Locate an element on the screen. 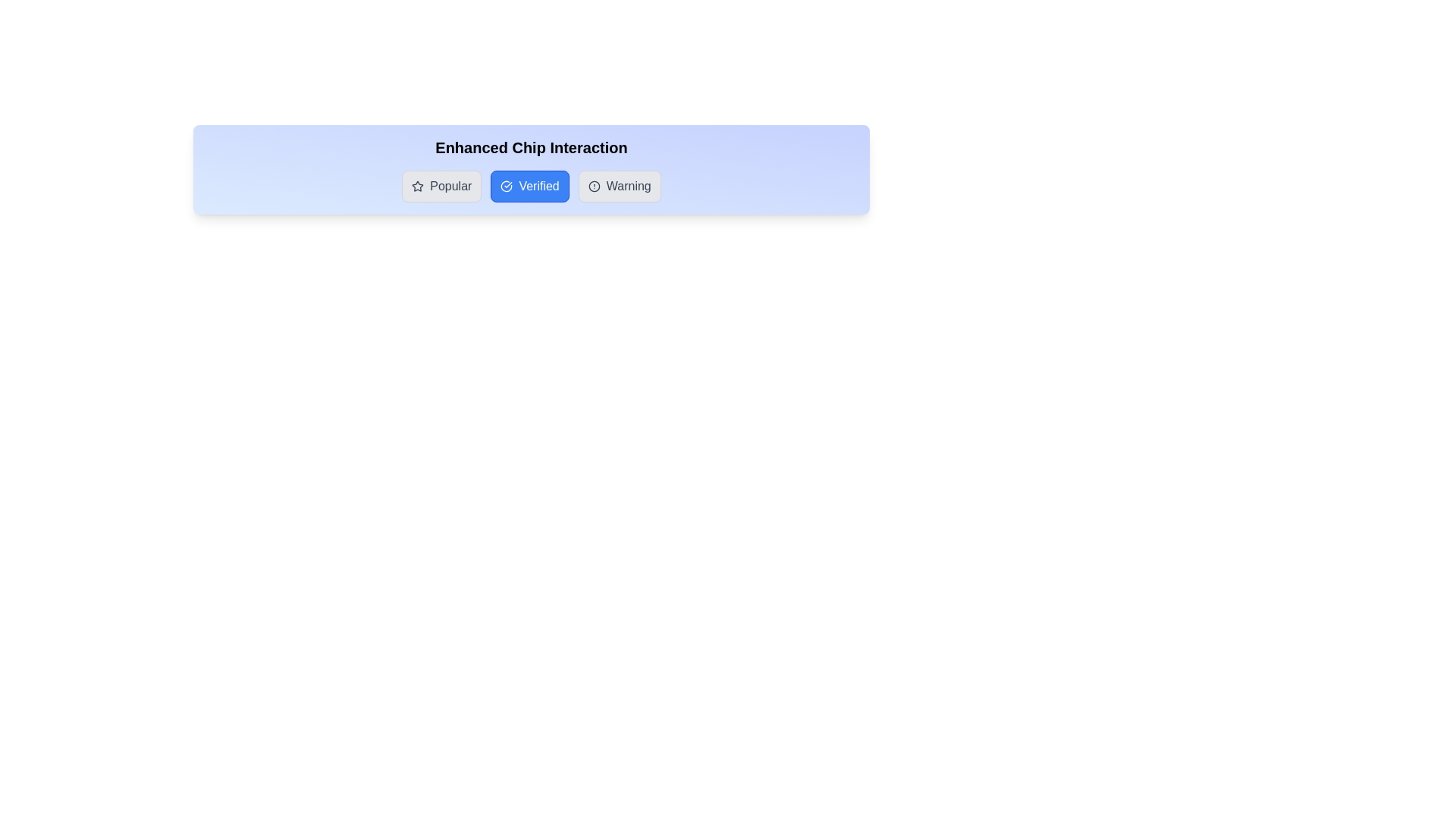  the chip labeled Warning is located at coordinates (620, 186).